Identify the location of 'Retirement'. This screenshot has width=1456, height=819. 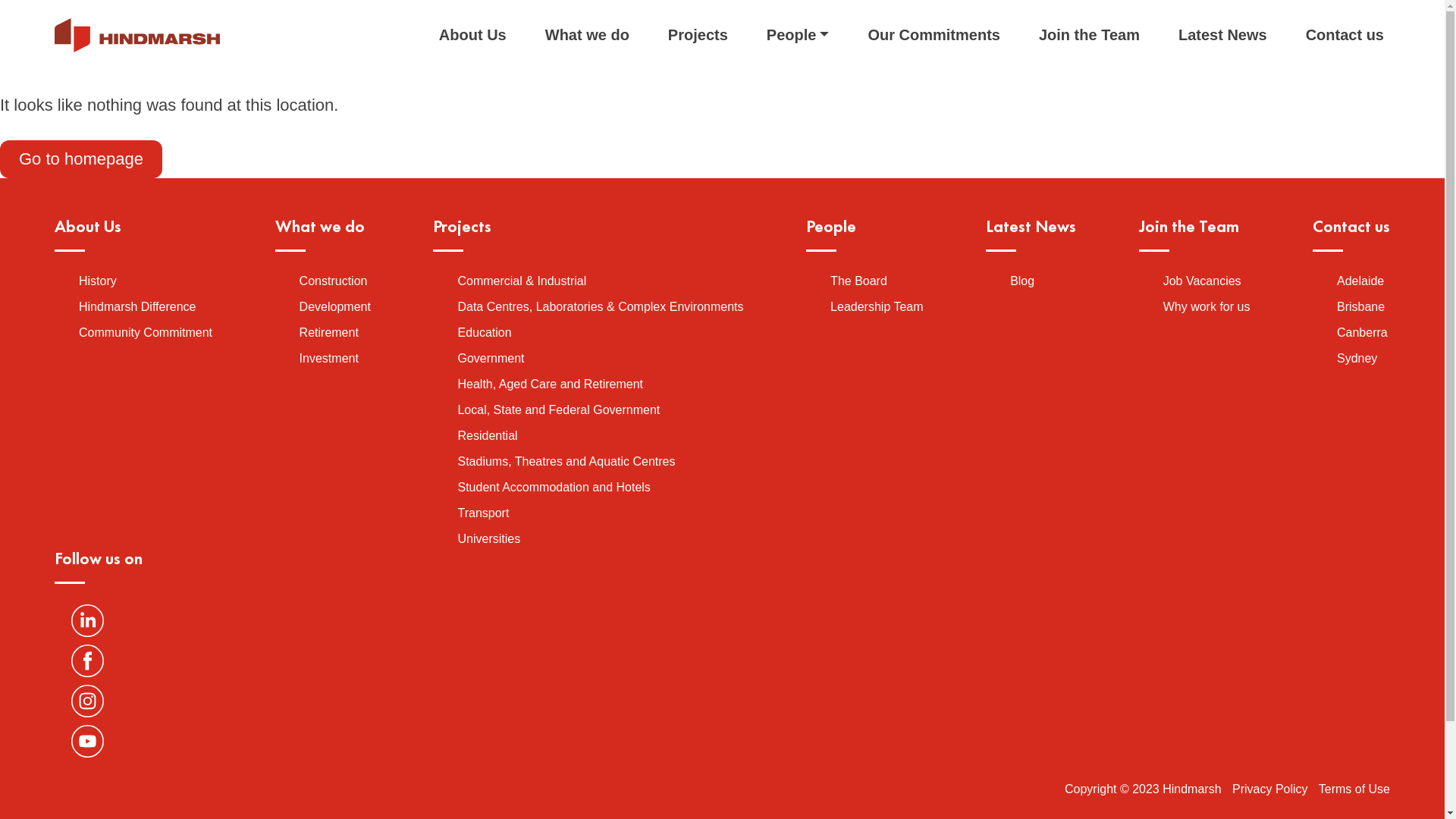
(328, 331).